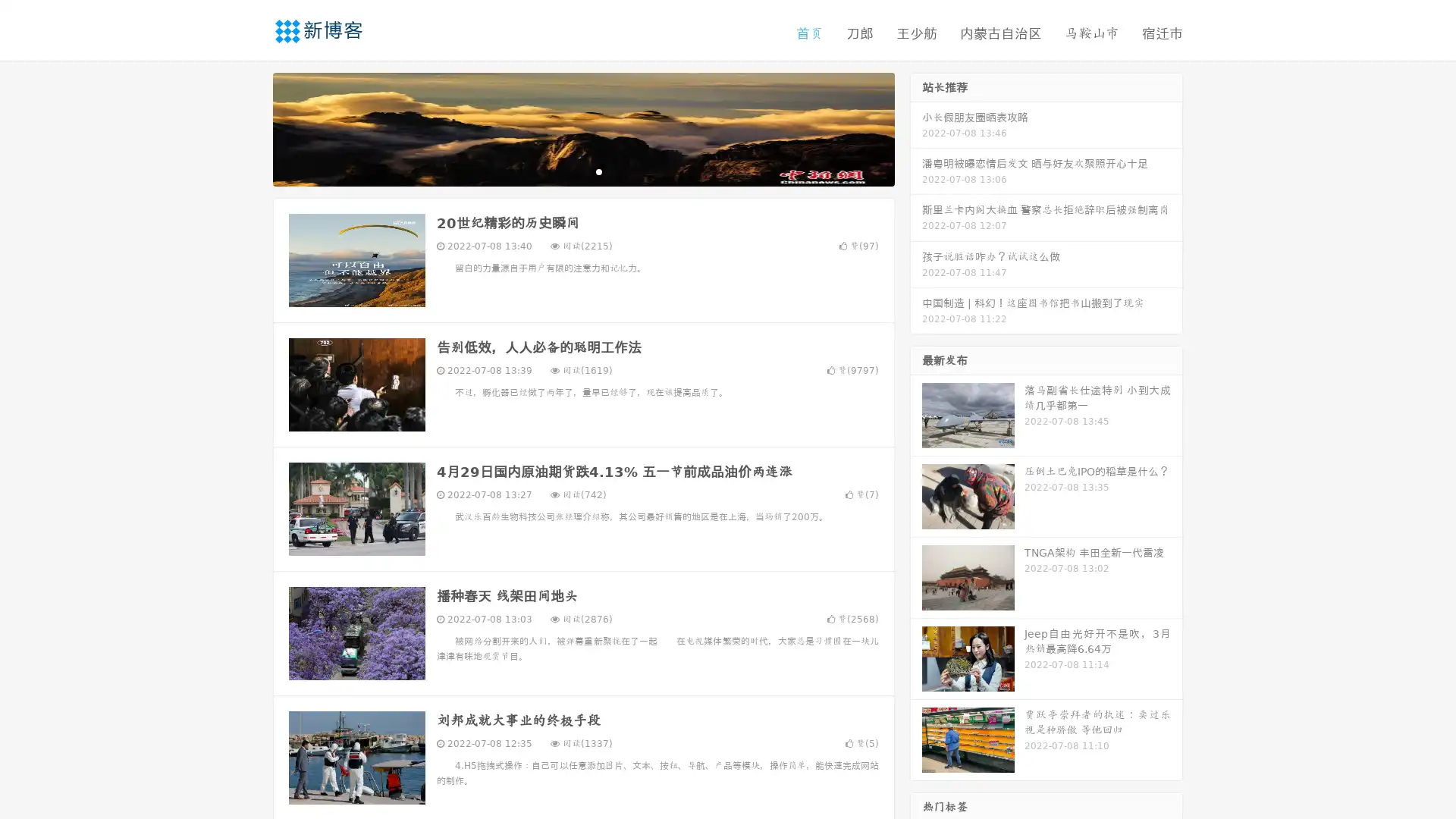 This screenshot has height=819, width=1456. I want to click on Go to slide 1, so click(567, 171).